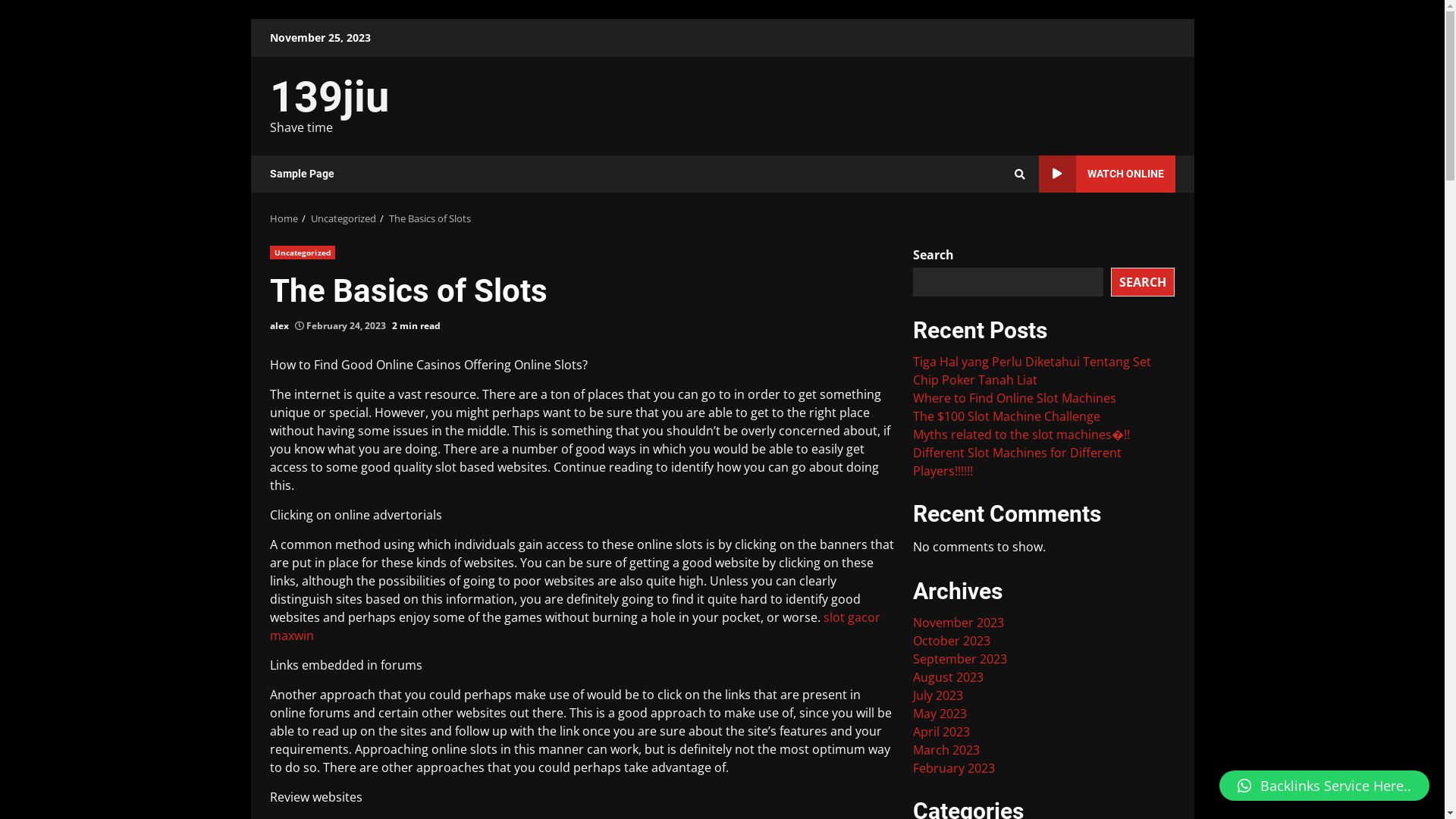 The height and width of the screenshot is (819, 1456). What do you see at coordinates (1323, 785) in the screenshot?
I see `'Backlinks Service Here..'` at bounding box center [1323, 785].